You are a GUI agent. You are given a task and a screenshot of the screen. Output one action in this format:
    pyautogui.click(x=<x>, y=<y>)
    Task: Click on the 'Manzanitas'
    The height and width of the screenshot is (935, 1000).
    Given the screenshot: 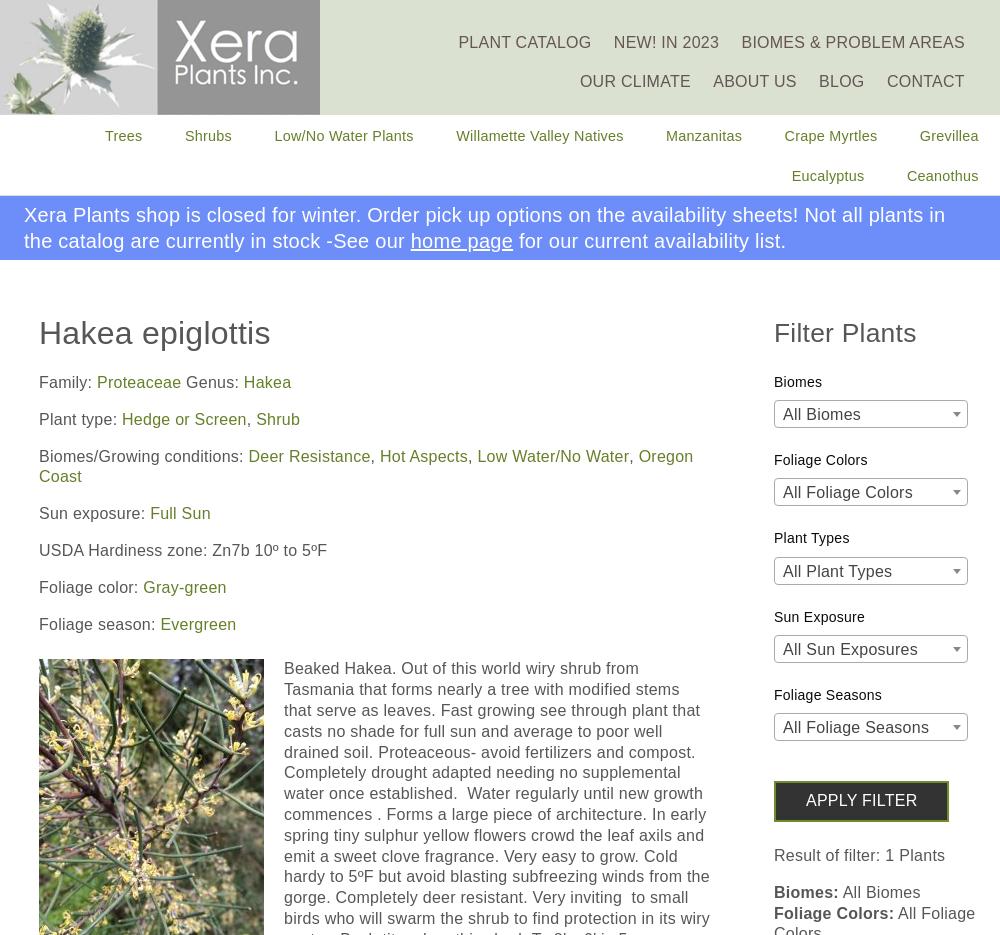 What is the action you would take?
    pyautogui.click(x=703, y=136)
    